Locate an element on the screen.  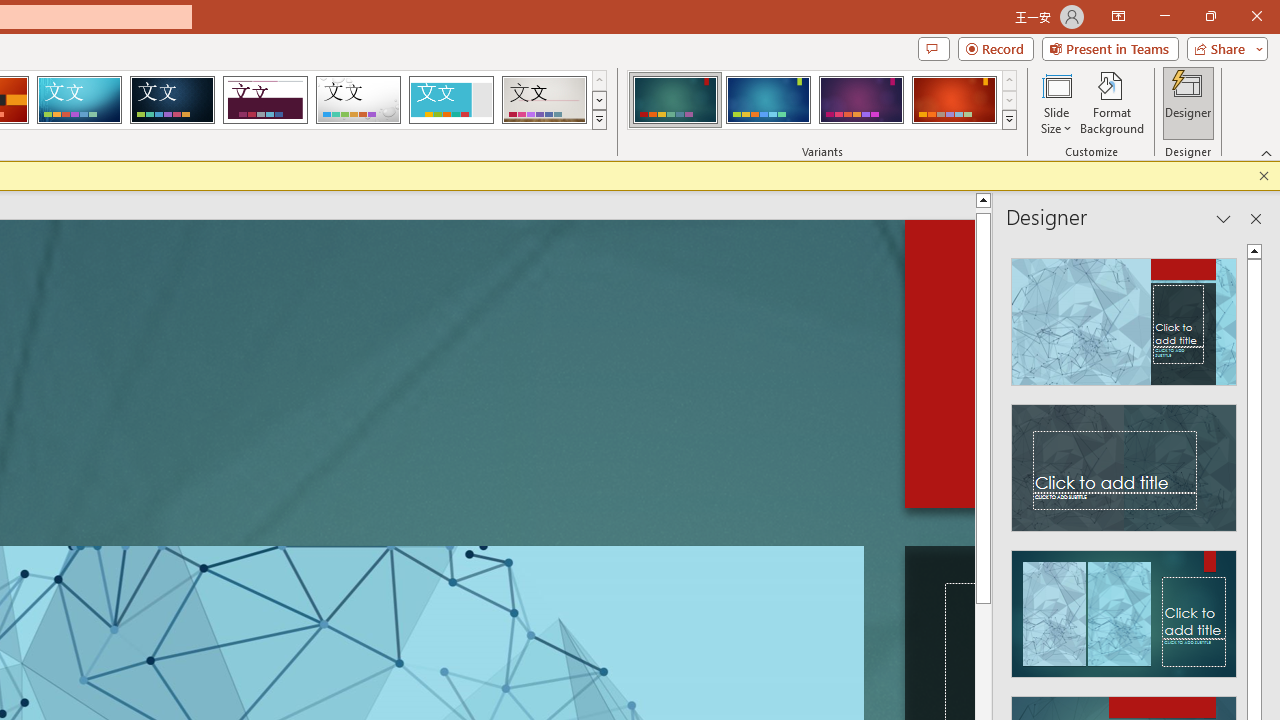
'Droplet' is located at coordinates (358, 100).